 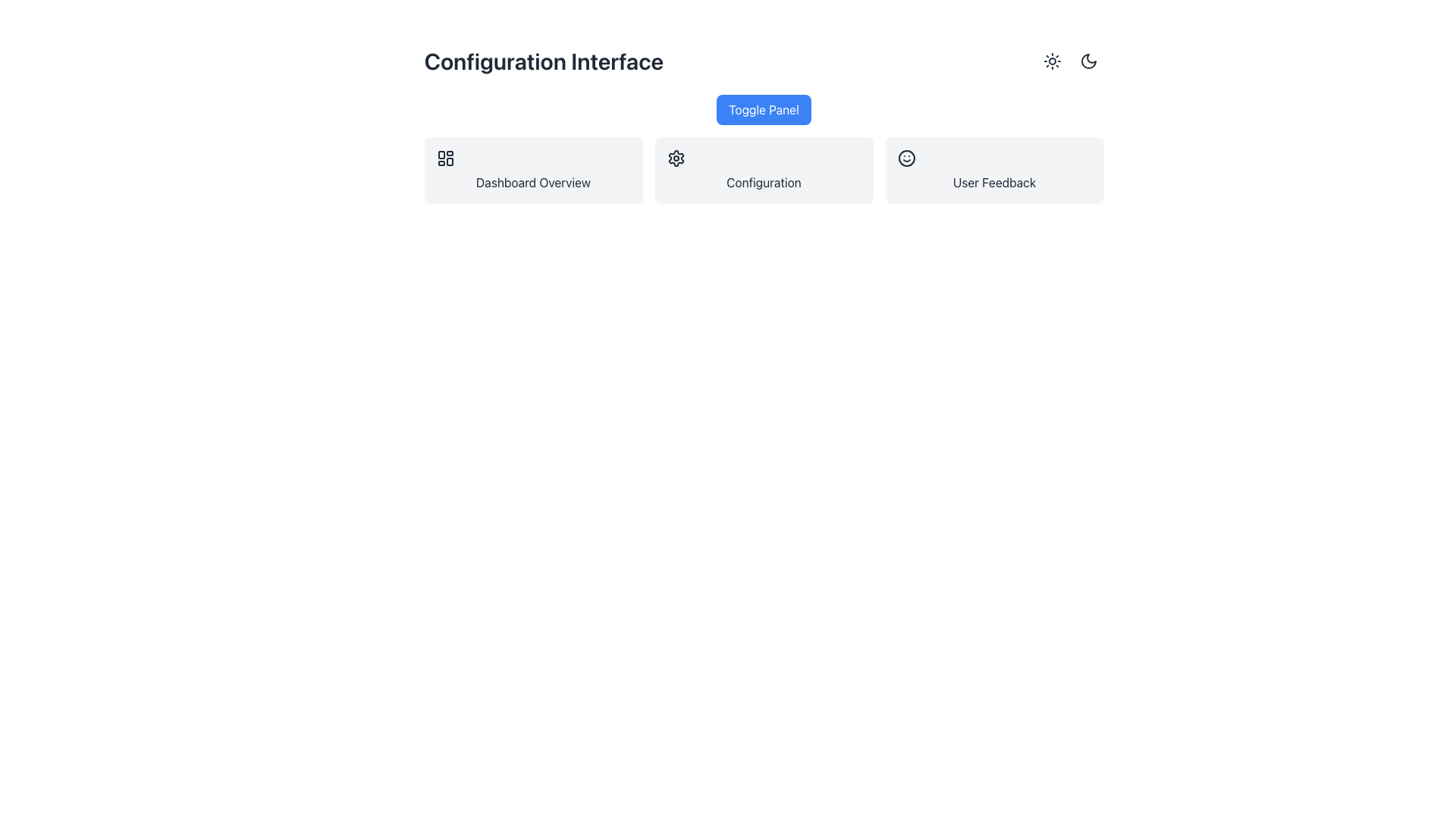 What do you see at coordinates (440, 155) in the screenshot?
I see `the top-left rectangle of the dashboard icon within the 'Dashboard Overview' button, which is the first button among three similar cards` at bounding box center [440, 155].